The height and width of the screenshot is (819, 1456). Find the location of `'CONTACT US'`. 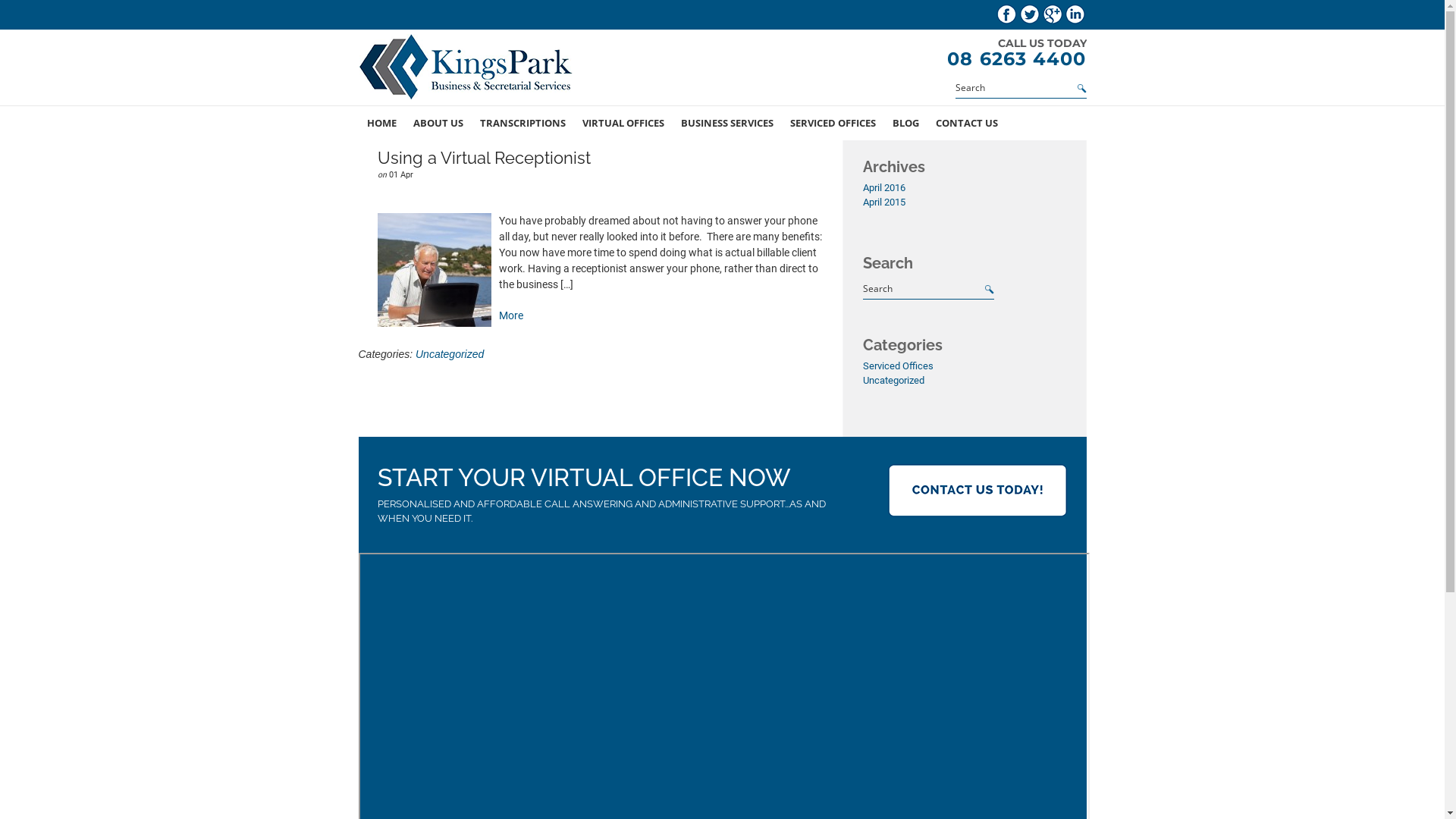

'CONTACT US' is located at coordinates (965, 122).